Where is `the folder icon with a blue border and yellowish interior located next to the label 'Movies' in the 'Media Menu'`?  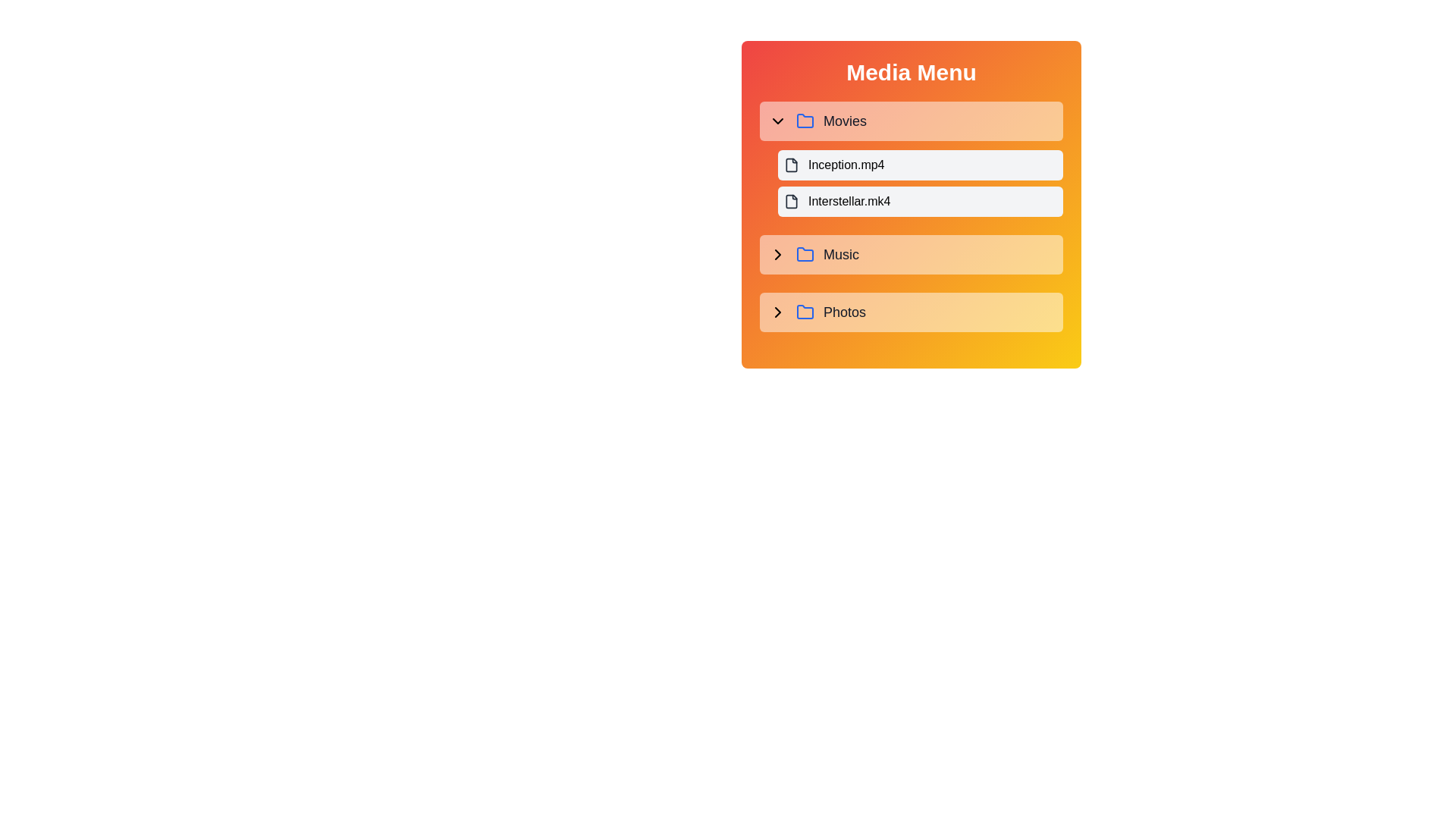
the folder icon with a blue border and yellowish interior located next to the label 'Movies' in the 'Media Menu' is located at coordinates (804, 120).